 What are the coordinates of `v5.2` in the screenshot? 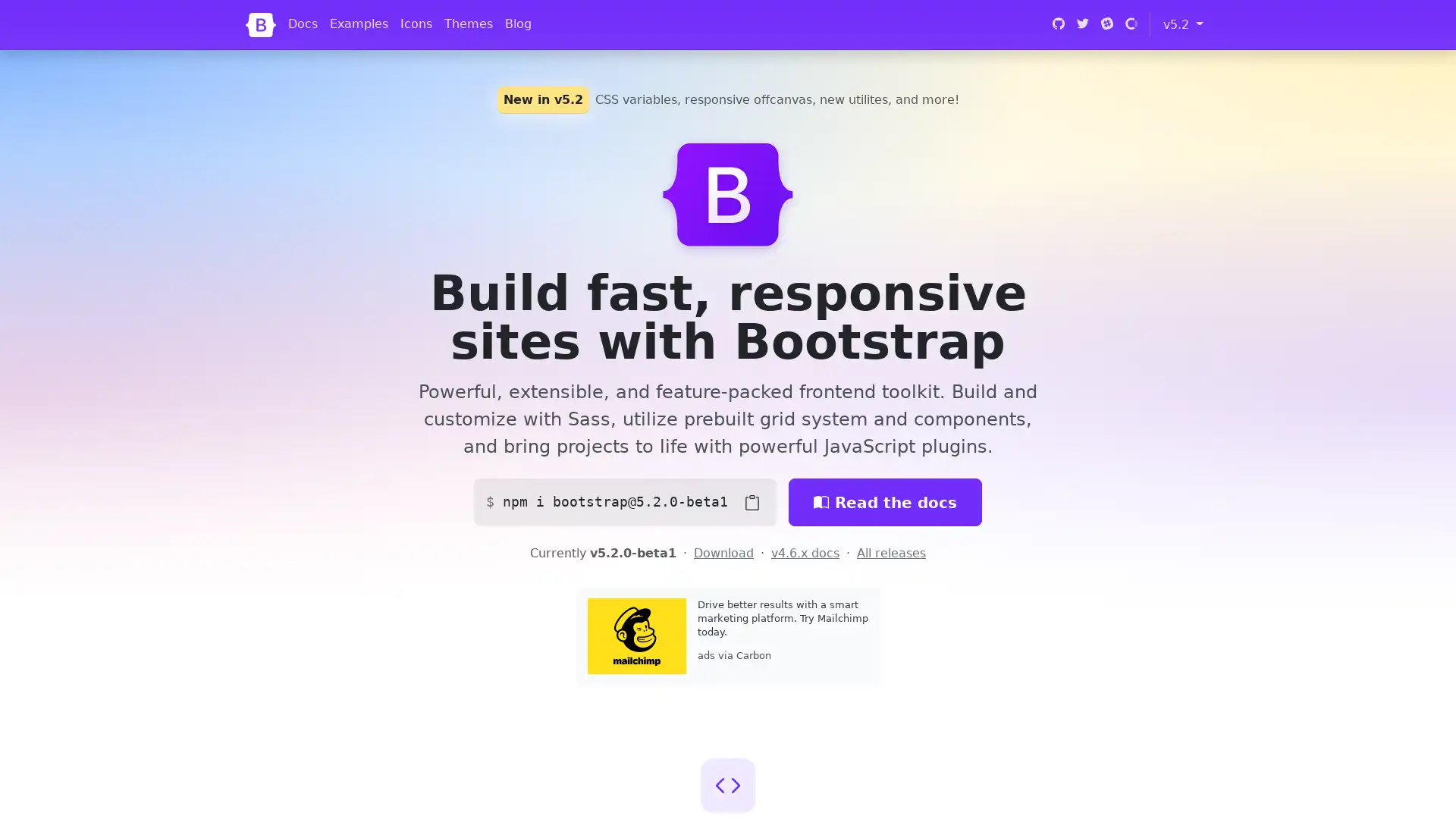 It's located at (1182, 25).